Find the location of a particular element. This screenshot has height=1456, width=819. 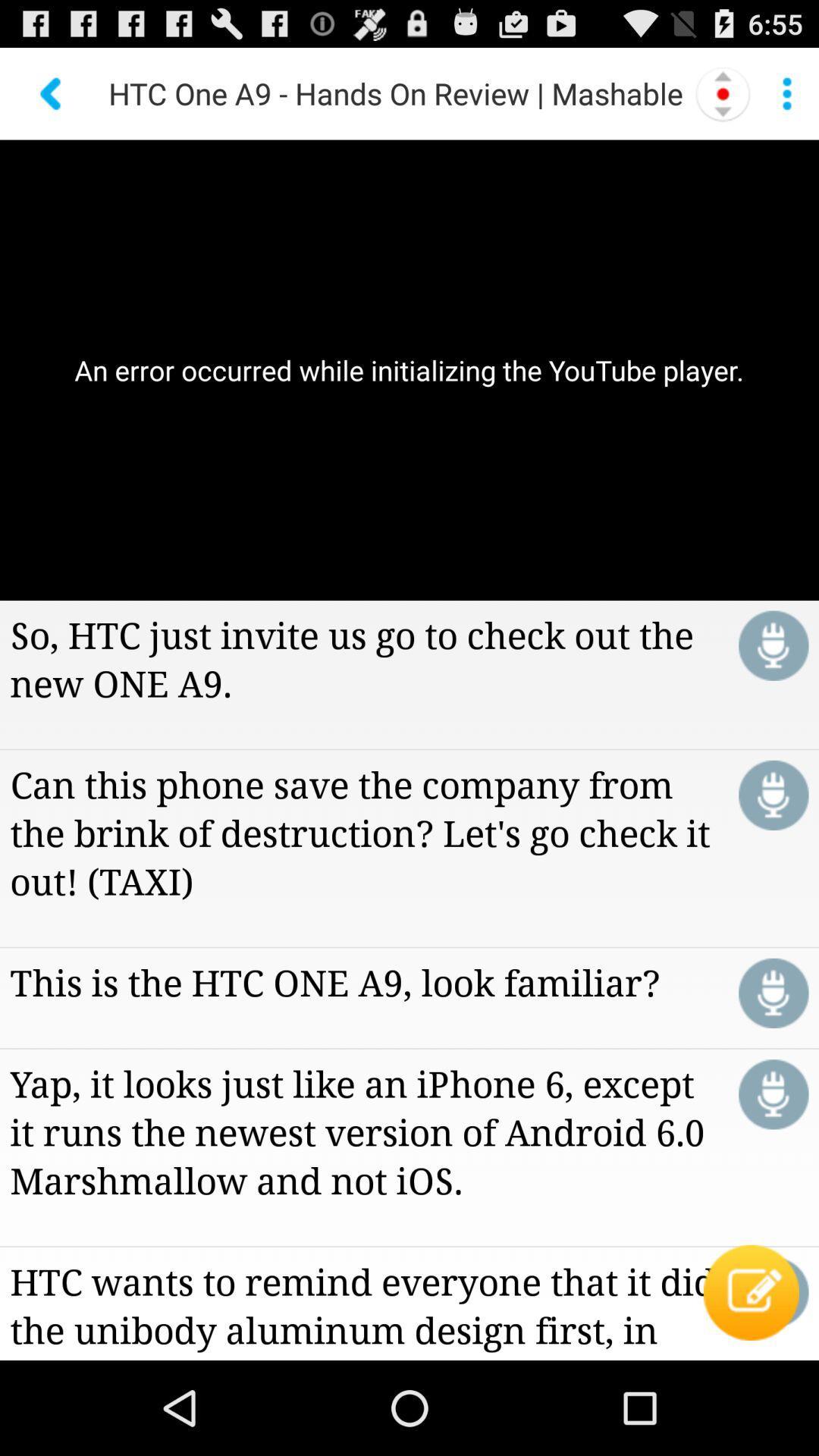

icon above an error occurred icon is located at coordinates (722, 93).